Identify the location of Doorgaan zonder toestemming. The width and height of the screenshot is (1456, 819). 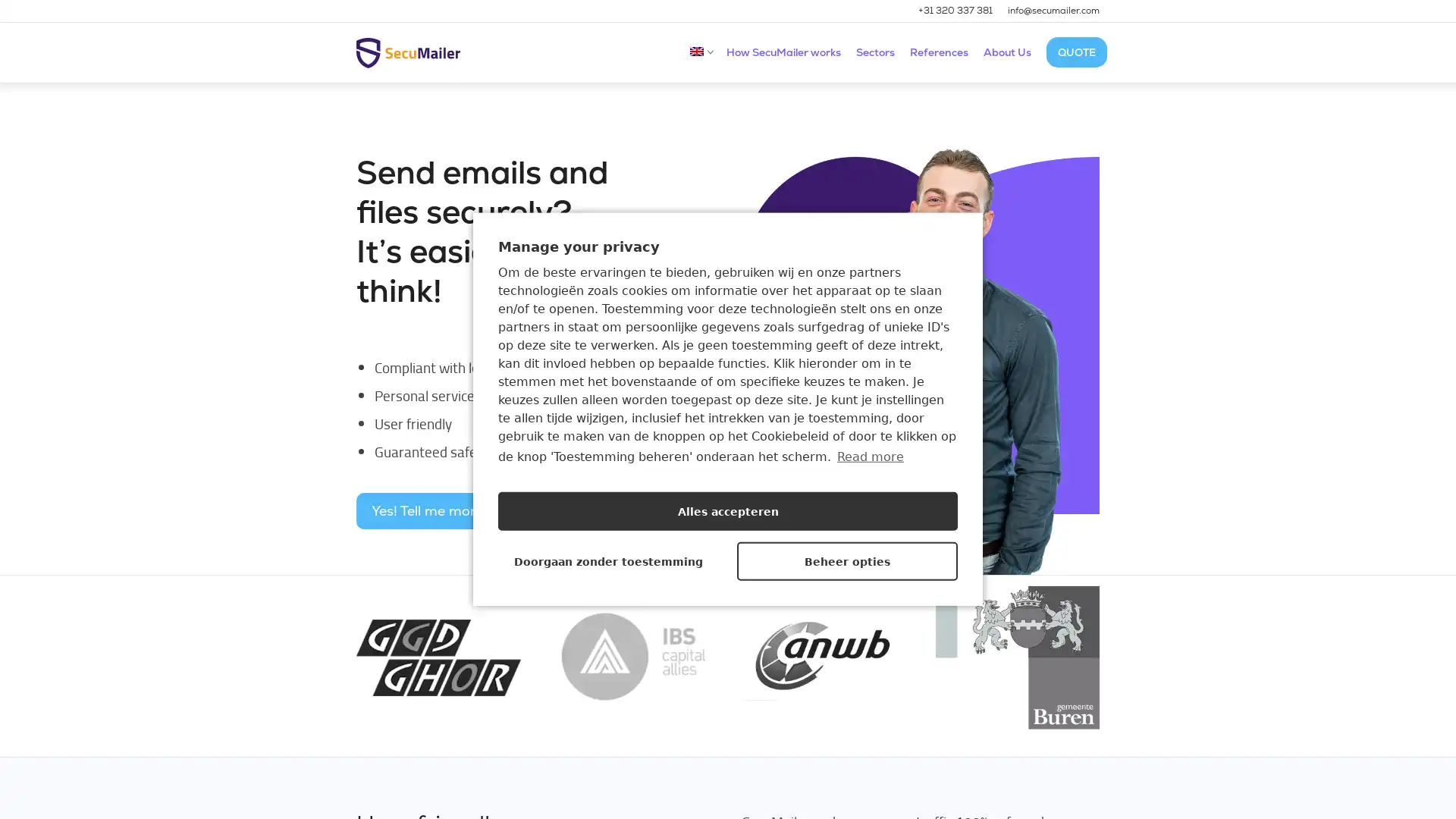
(608, 561).